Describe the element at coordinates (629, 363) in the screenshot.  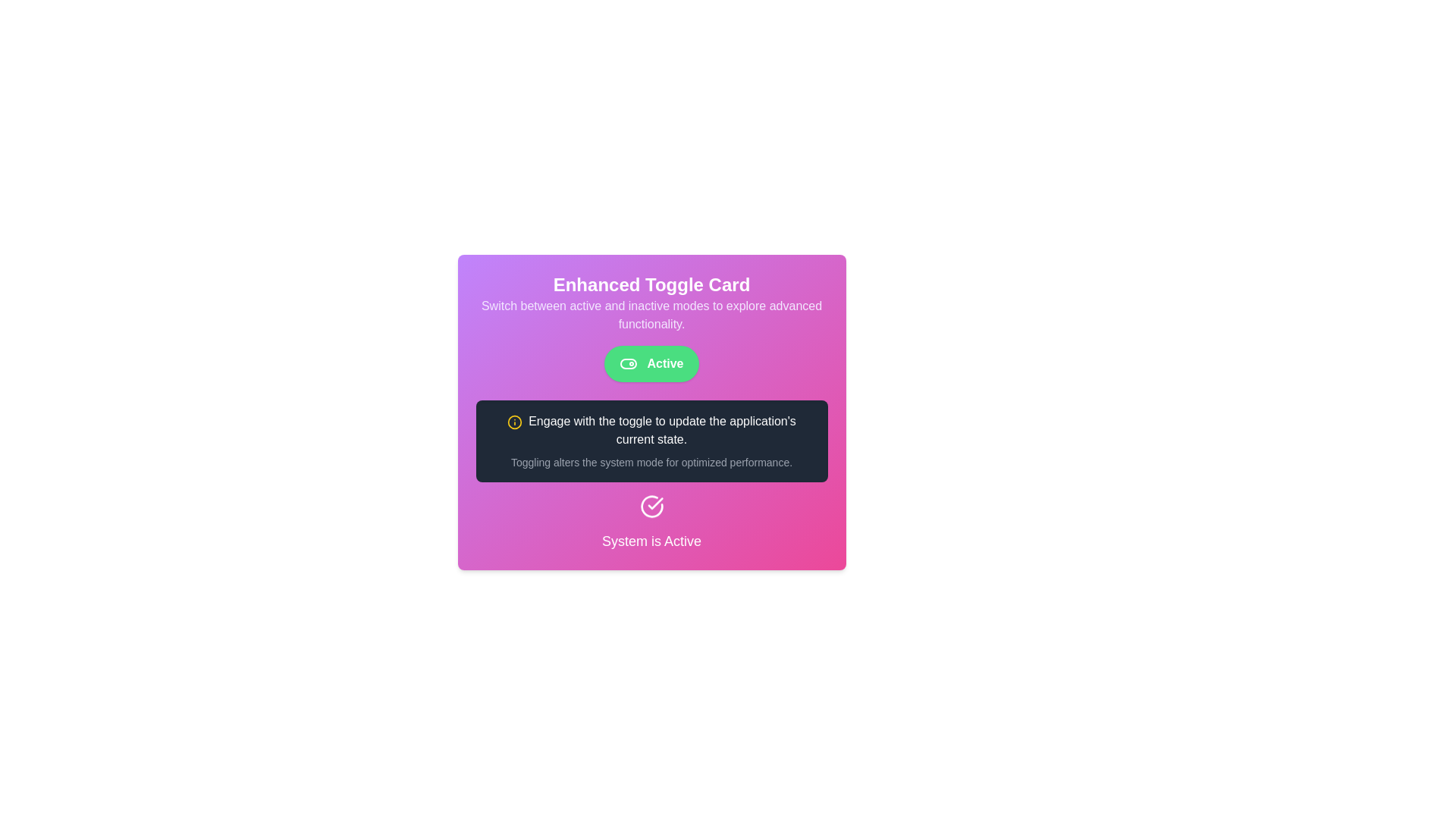
I see `the toggle state by checking the background of the toggle switch located at the center of the colored card interface` at that location.